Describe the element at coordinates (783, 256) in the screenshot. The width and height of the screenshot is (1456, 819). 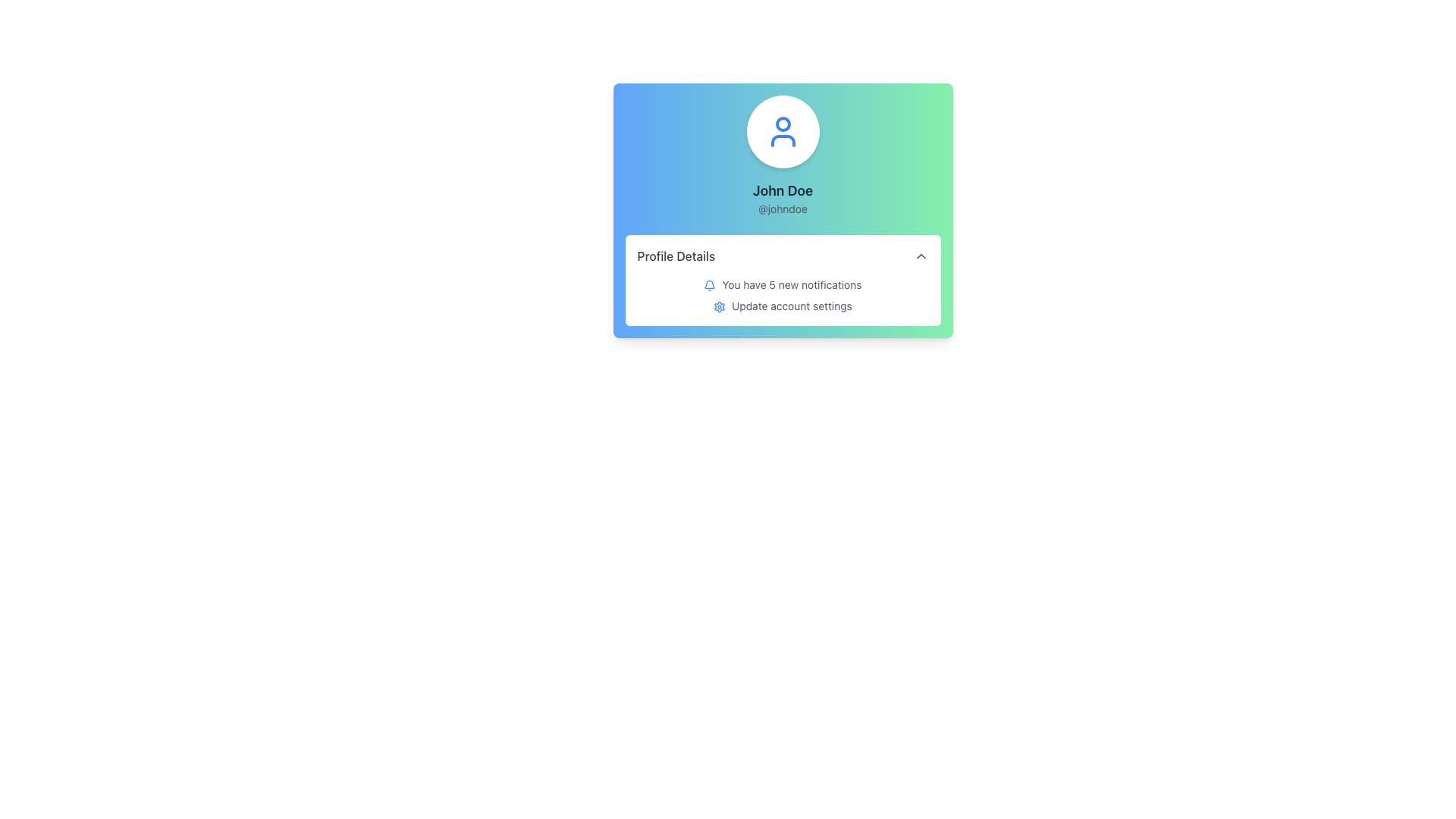
I see `the Collapsible Header labeled 'Profile Details'` at that location.